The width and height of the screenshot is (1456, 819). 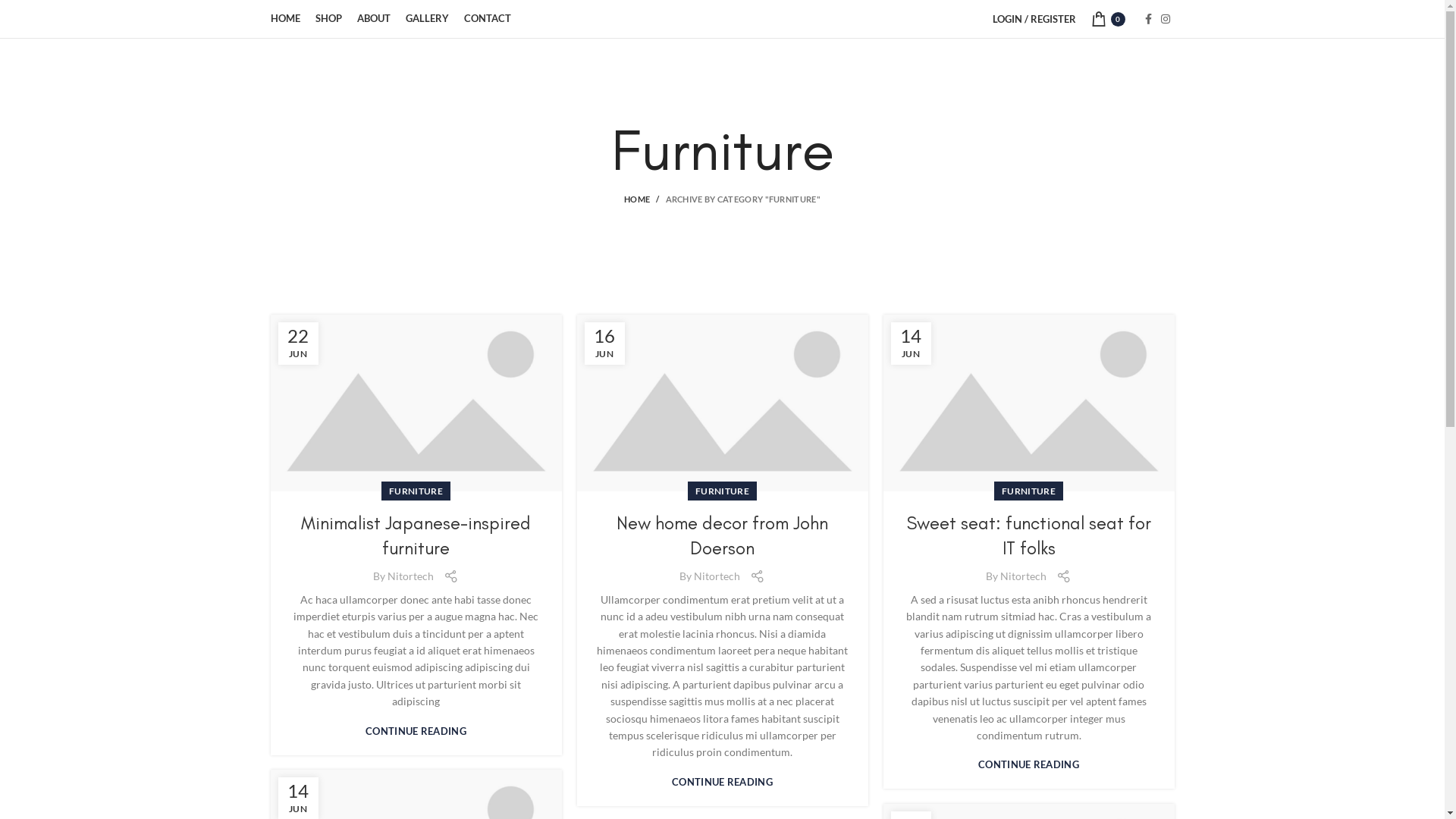 I want to click on 'GALLERY', so click(x=425, y=18).